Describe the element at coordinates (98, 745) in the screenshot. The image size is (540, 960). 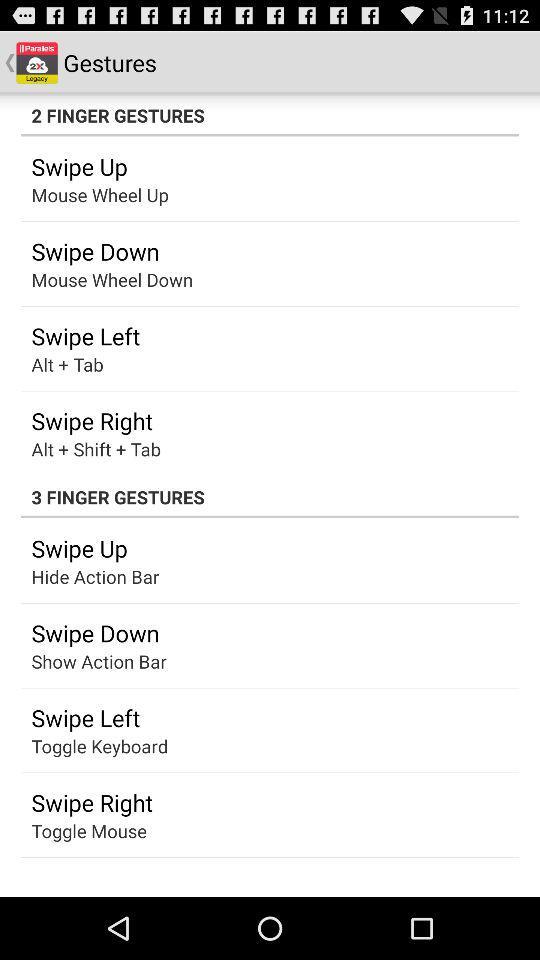
I see `icon below the swipe left` at that location.